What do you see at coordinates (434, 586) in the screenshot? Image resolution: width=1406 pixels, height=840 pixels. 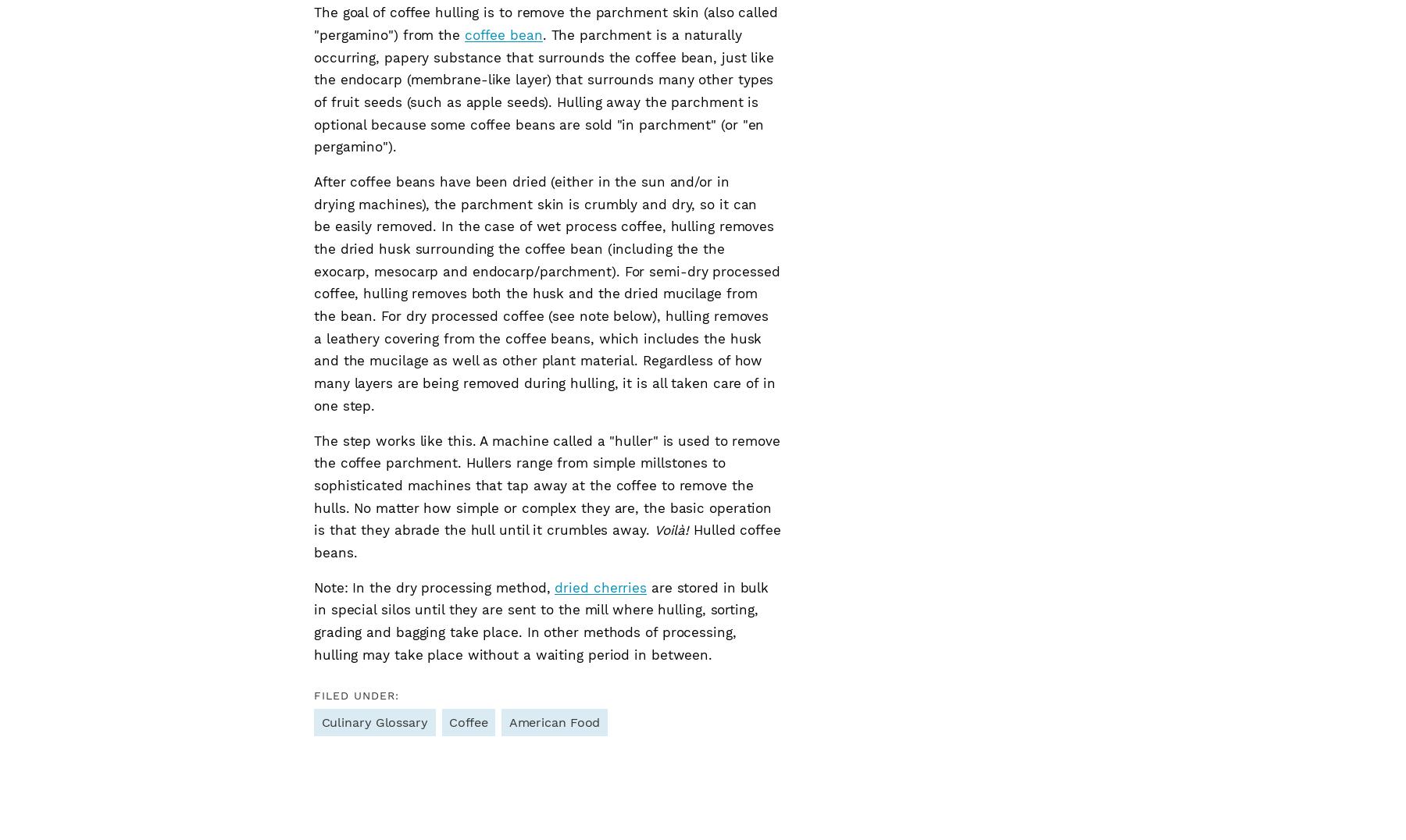 I see `'Note: In the dry processing method,'` at bounding box center [434, 586].